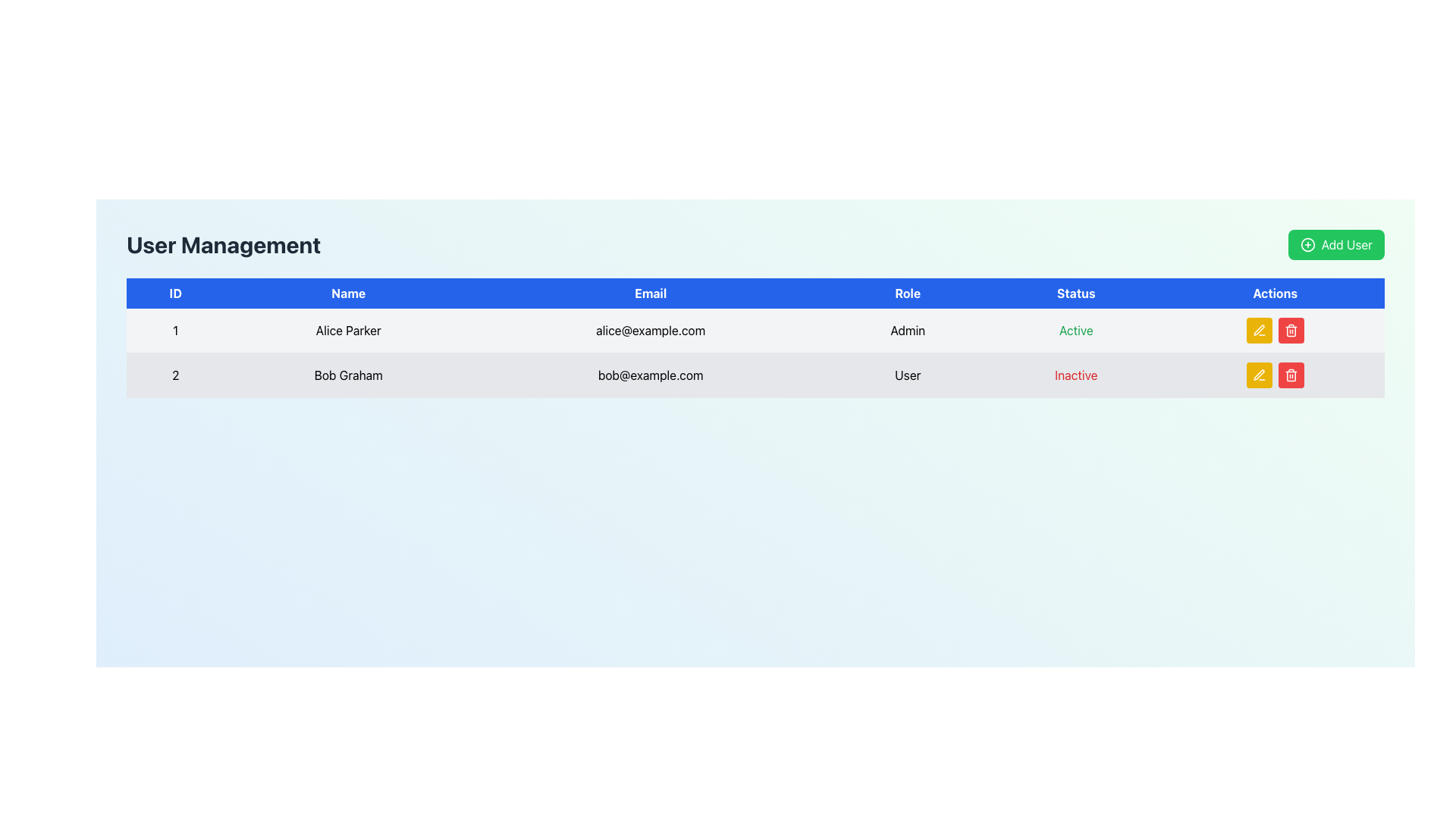 Image resolution: width=1456 pixels, height=819 pixels. What do you see at coordinates (908, 293) in the screenshot?
I see `the 'Role' header label in the table, which is the fourth column header located between the 'Email' and 'Status' headers` at bounding box center [908, 293].